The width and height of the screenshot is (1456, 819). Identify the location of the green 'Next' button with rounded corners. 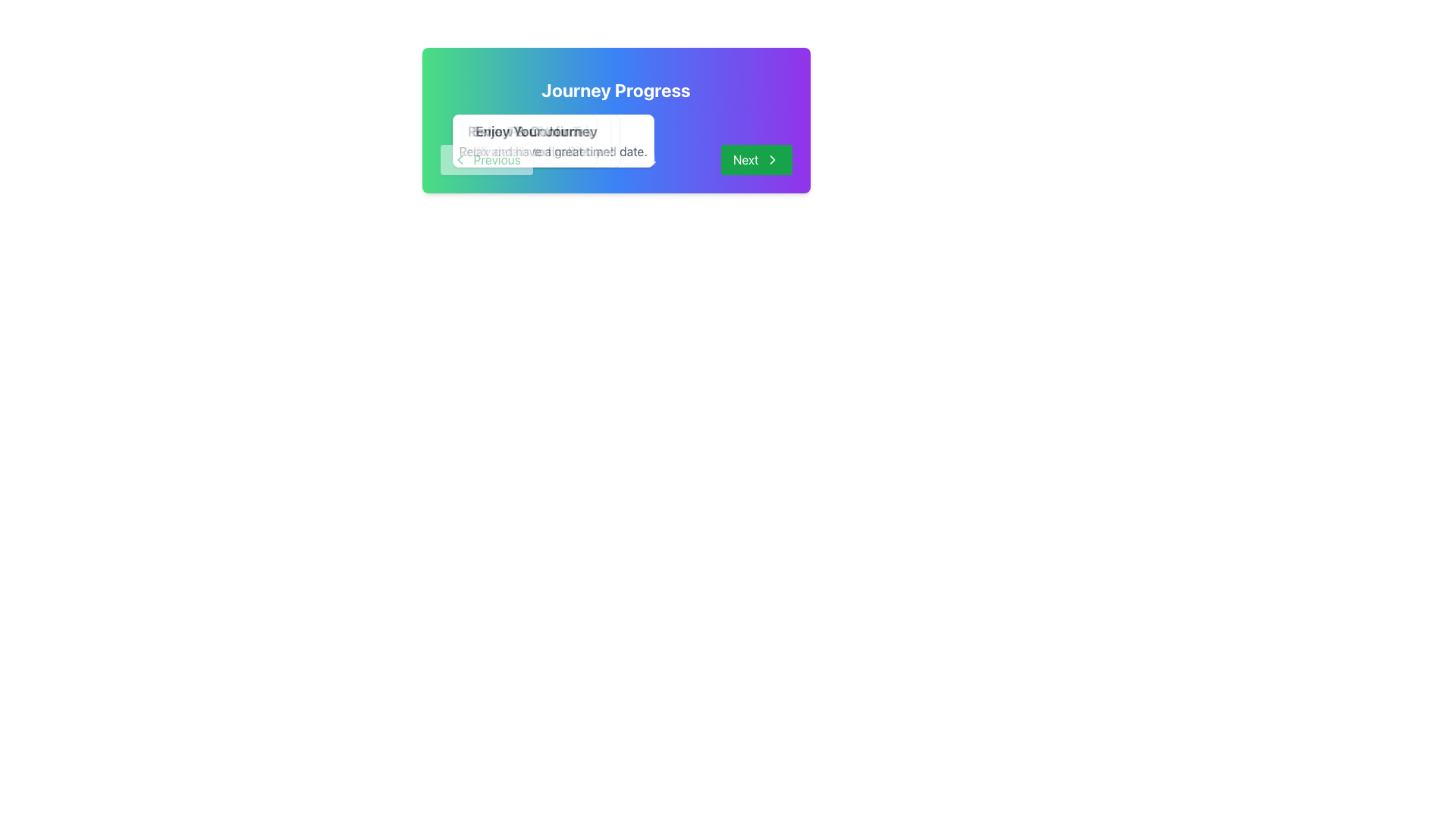
(756, 160).